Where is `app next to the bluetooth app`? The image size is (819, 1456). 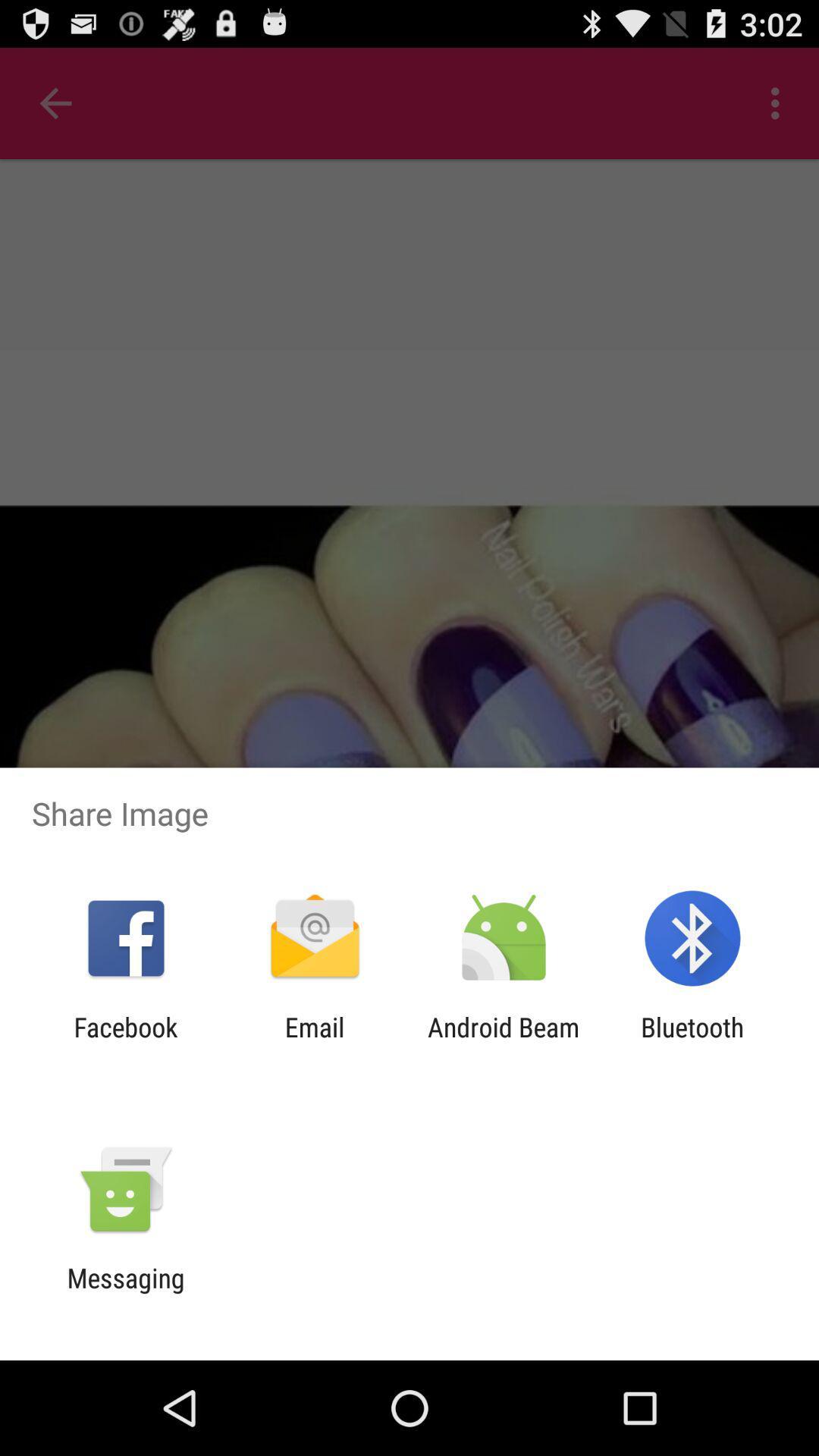 app next to the bluetooth app is located at coordinates (504, 1042).